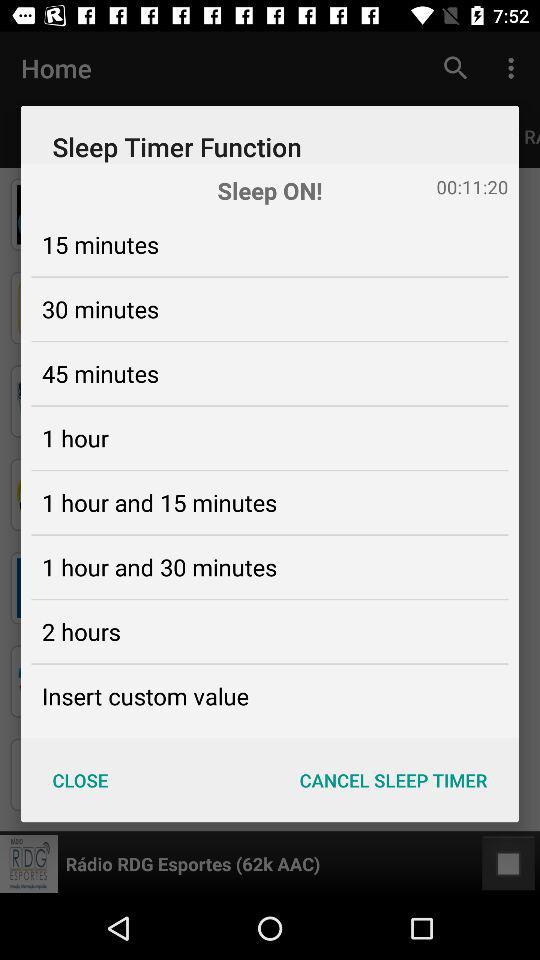 Image resolution: width=540 pixels, height=960 pixels. Describe the element at coordinates (144, 696) in the screenshot. I see `icon above close` at that location.